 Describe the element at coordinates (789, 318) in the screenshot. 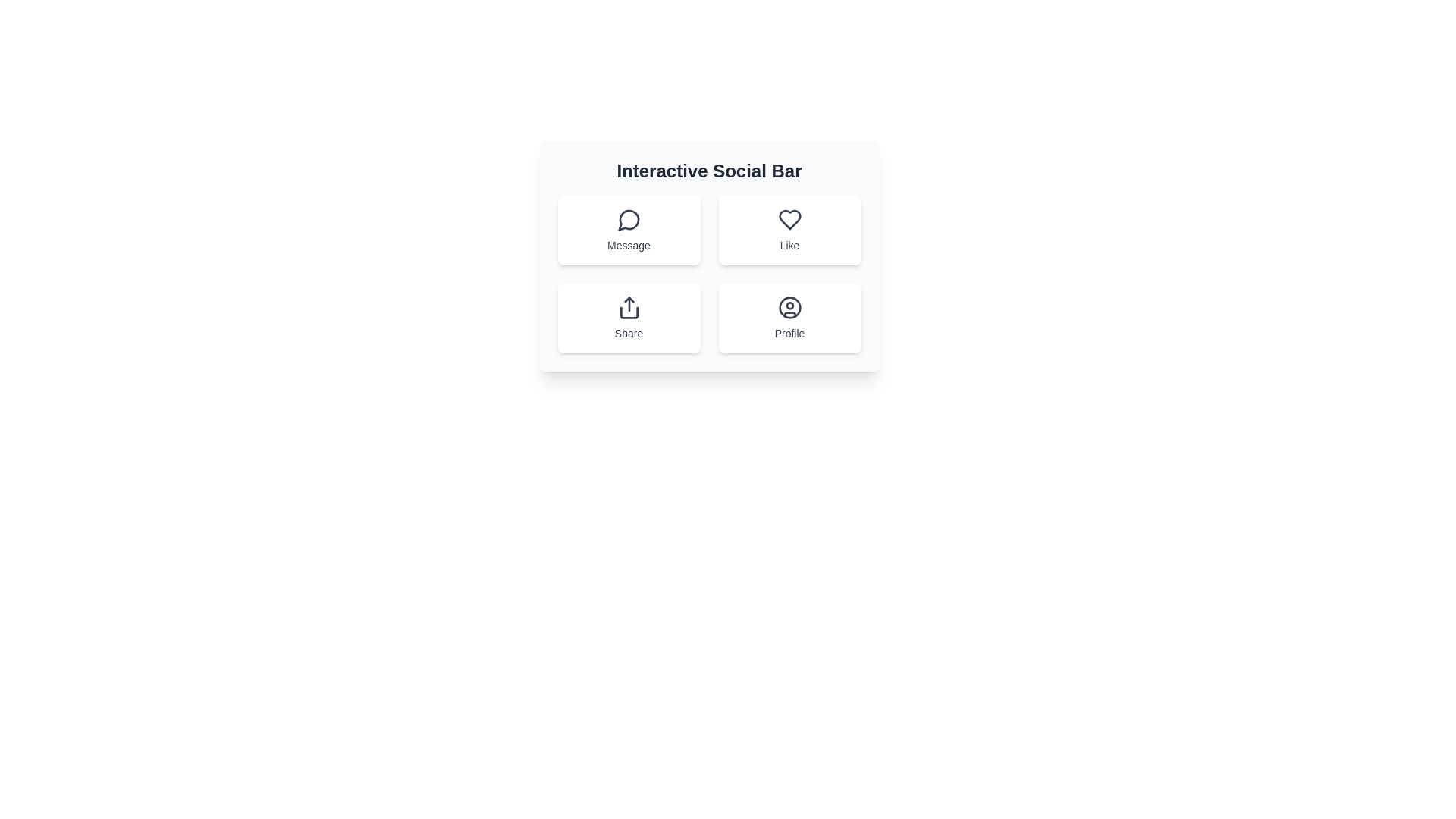

I see `the 'Profile' button which is a box-shaped button with a white background and gray rounded corners, featuring a user profile icon and the label 'Profile' in bold text, located in the fourth position of a grid layout` at that location.